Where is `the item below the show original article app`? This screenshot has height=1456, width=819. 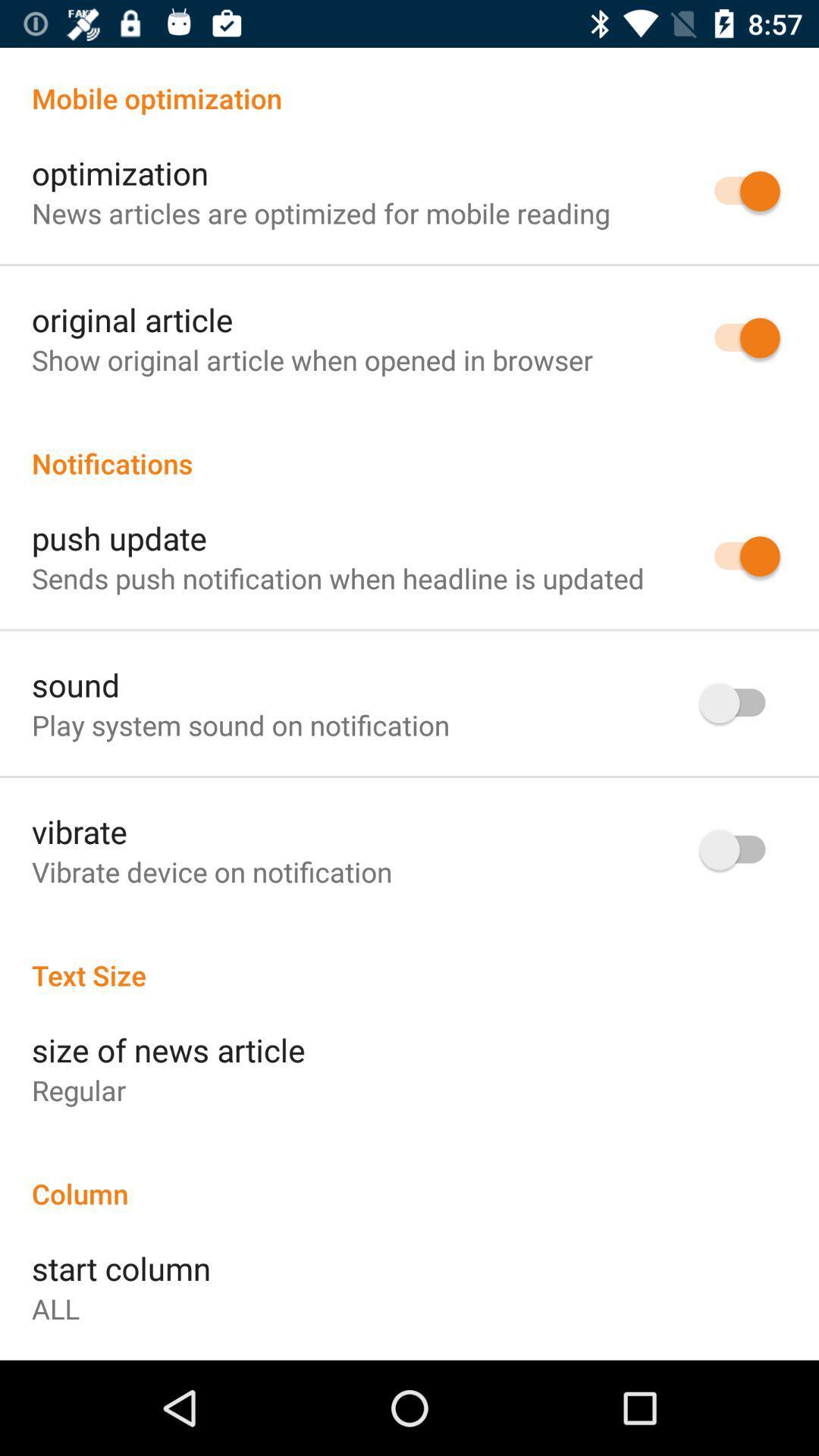 the item below the show original article app is located at coordinates (409, 447).